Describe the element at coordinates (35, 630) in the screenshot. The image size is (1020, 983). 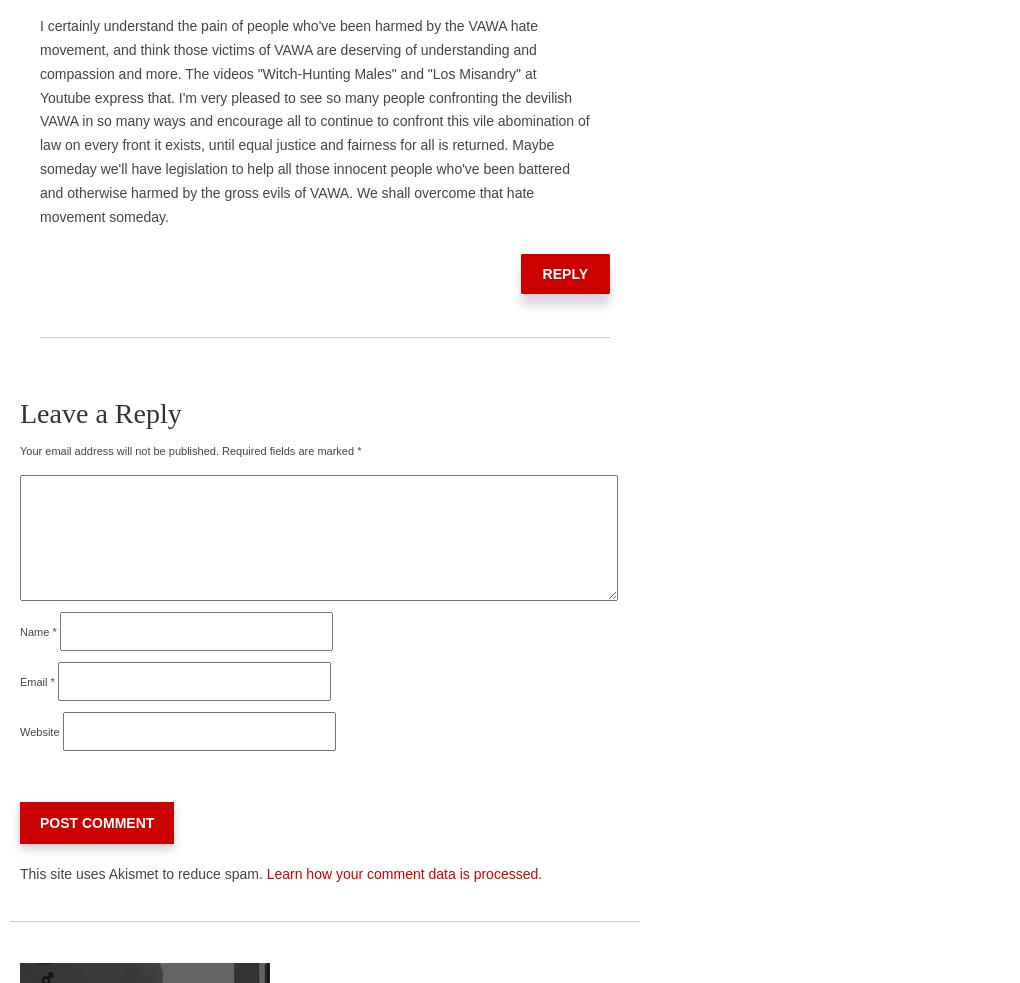
I see `'Name'` at that location.